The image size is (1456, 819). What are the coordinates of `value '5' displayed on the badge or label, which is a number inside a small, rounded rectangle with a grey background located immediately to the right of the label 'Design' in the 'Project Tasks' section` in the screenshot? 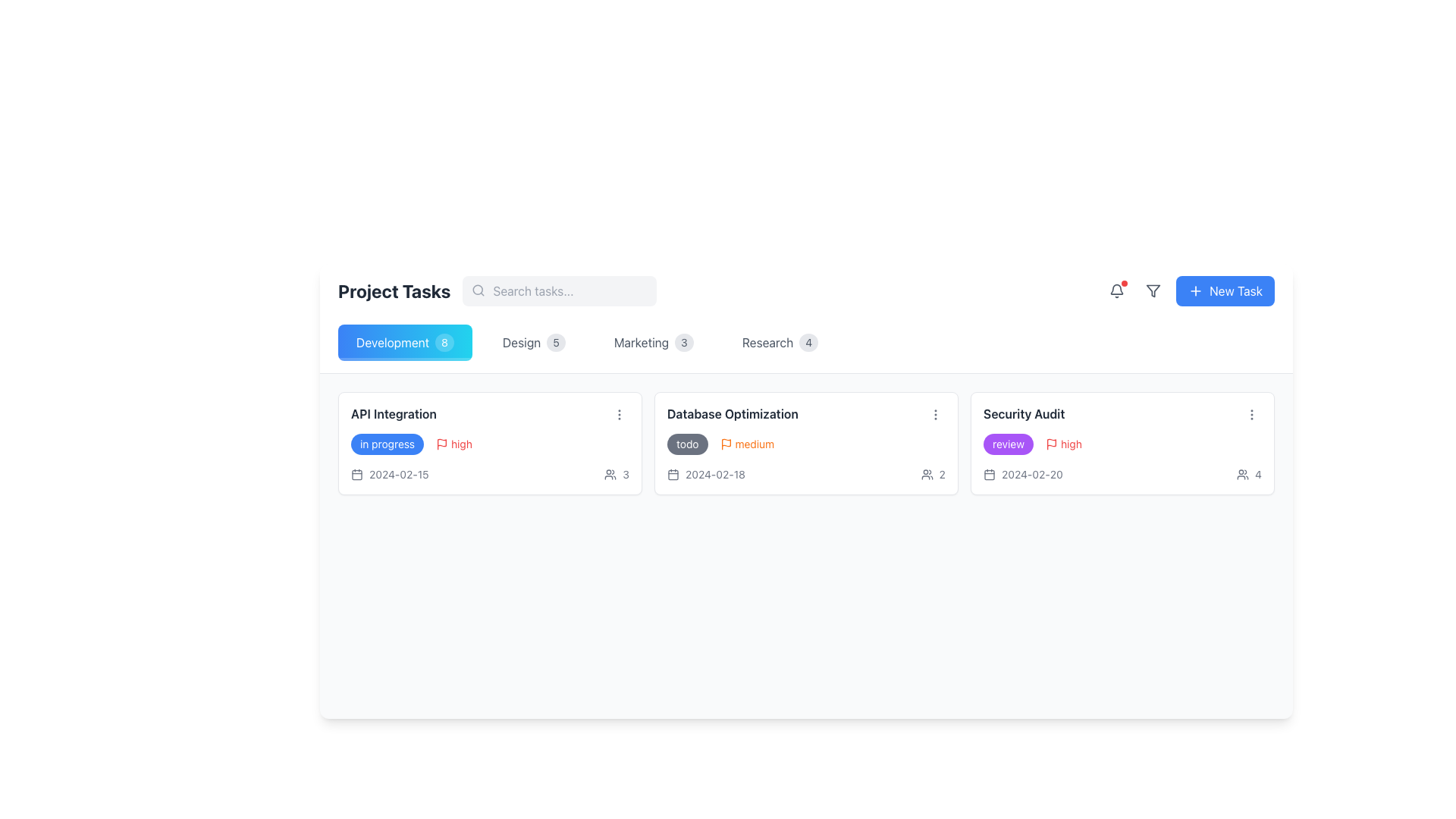 It's located at (555, 342).